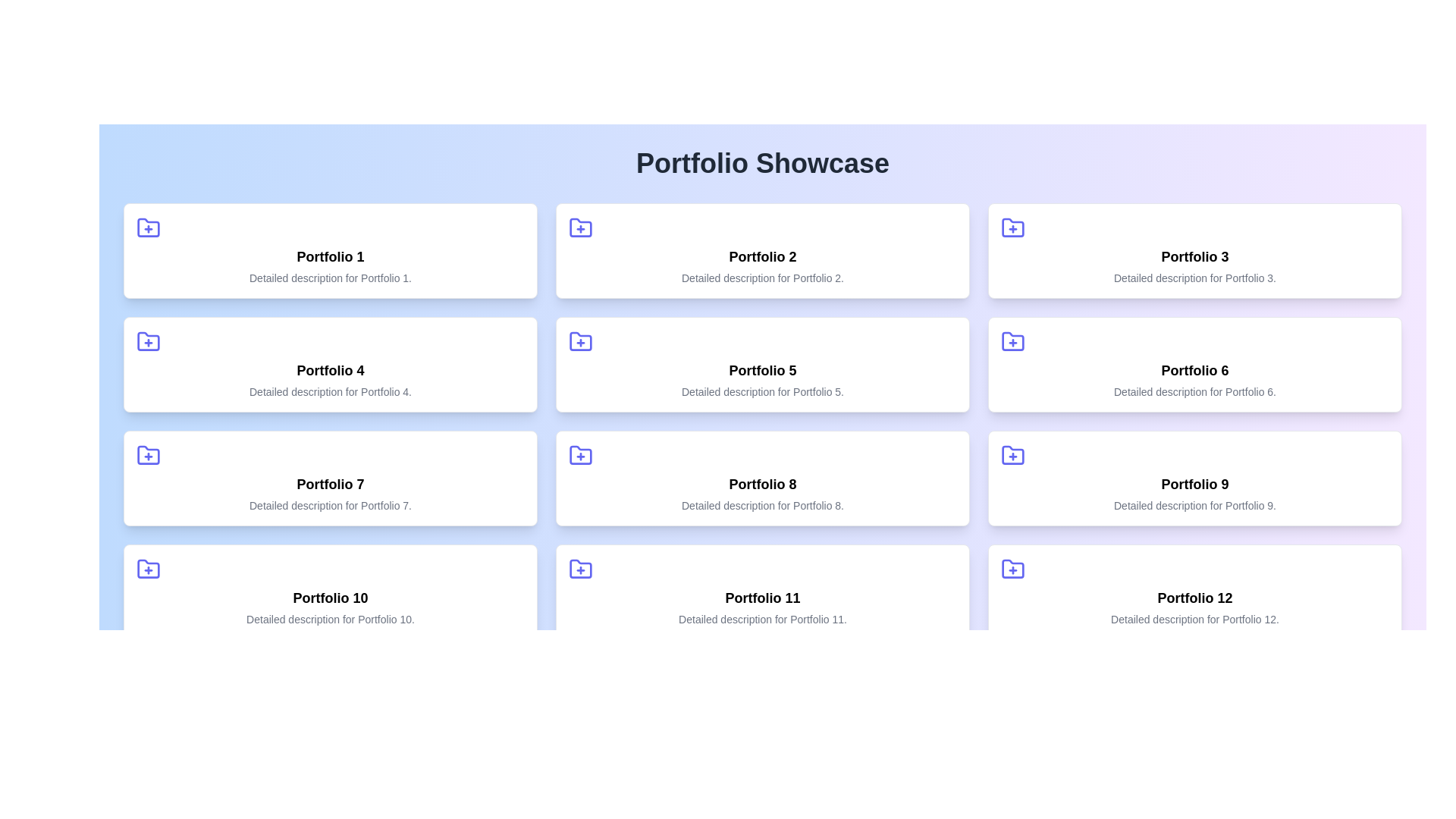  What do you see at coordinates (763, 620) in the screenshot?
I see `supplementary information text located at the bottom of the card for 'Portfolio 11', positioned below the title and icon` at bounding box center [763, 620].